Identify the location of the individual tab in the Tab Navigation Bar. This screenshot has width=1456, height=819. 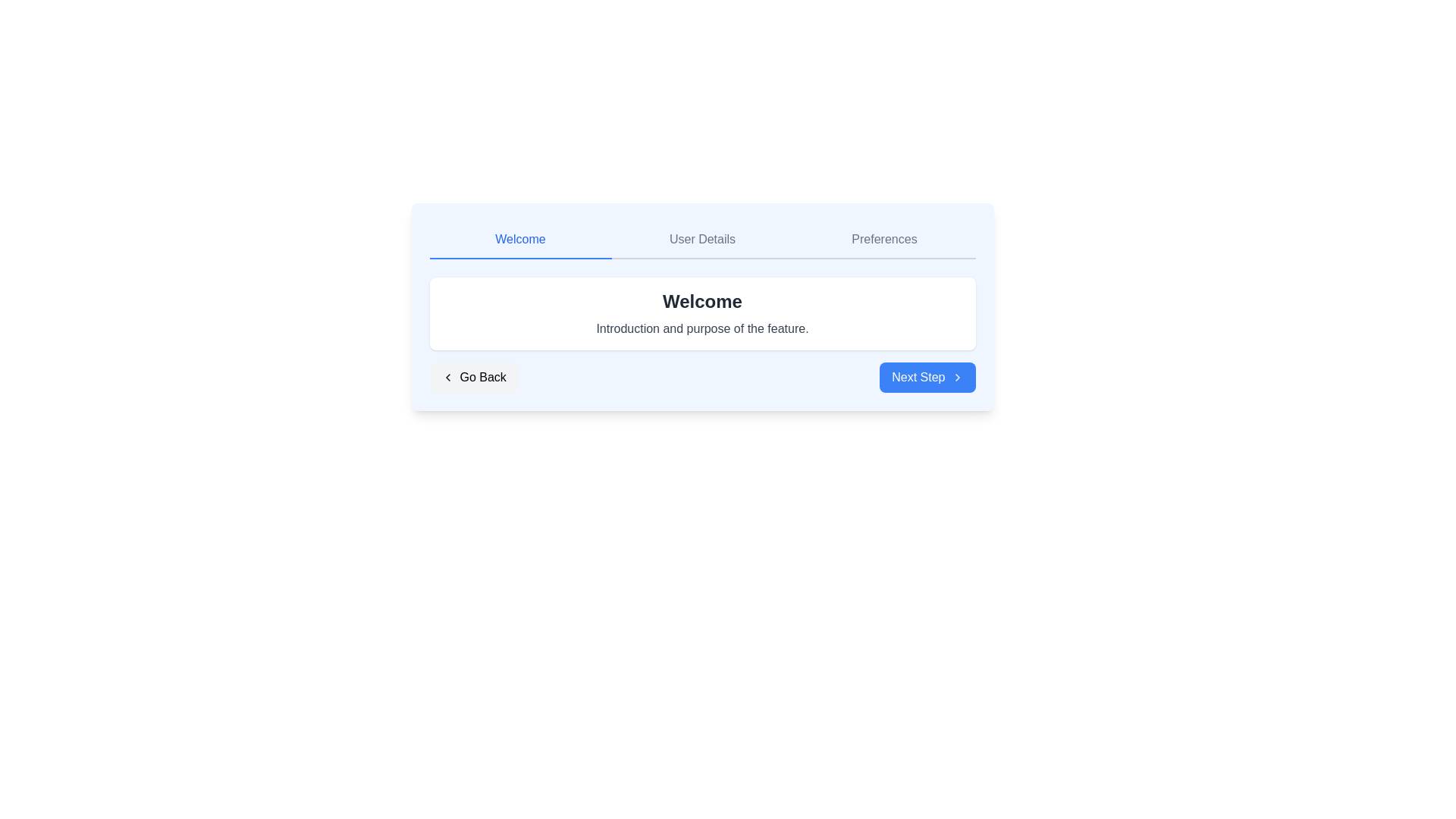
(701, 239).